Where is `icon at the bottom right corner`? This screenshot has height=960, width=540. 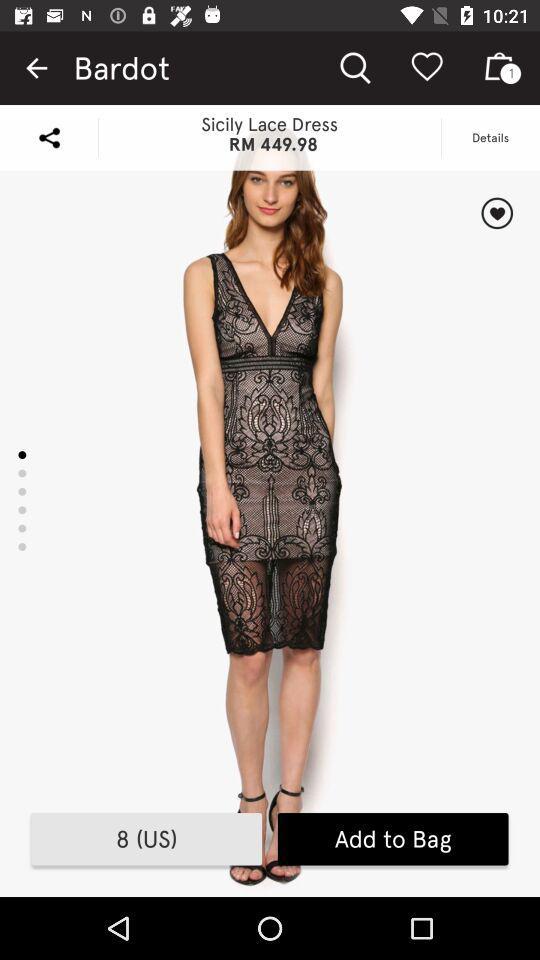
icon at the bottom right corner is located at coordinates (393, 839).